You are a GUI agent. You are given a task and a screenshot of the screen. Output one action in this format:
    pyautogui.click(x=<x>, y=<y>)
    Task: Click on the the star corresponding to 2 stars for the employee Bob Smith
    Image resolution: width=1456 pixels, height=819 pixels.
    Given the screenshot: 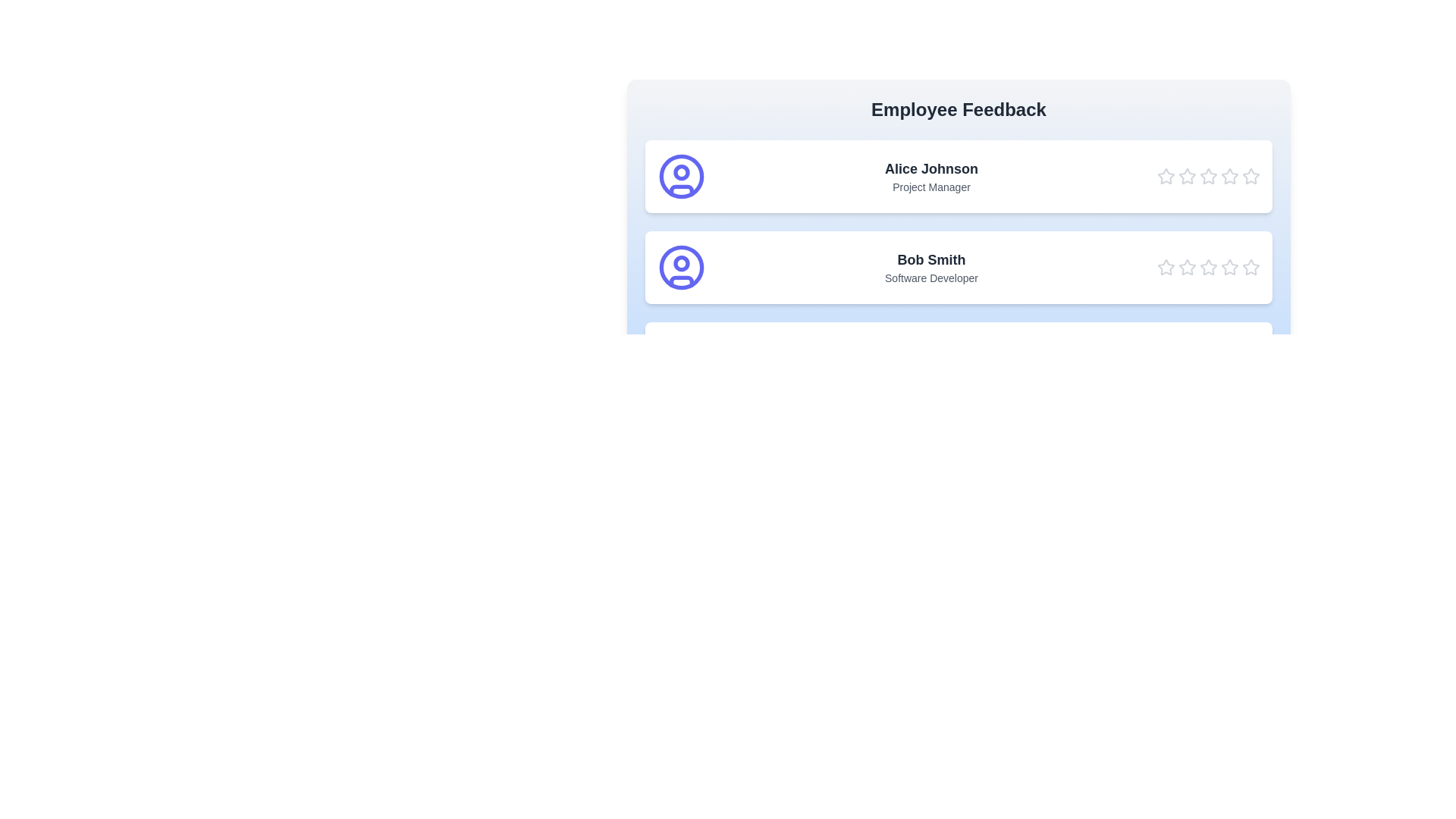 What is the action you would take?
    pyautogui.click(x=1186, y=267)
    